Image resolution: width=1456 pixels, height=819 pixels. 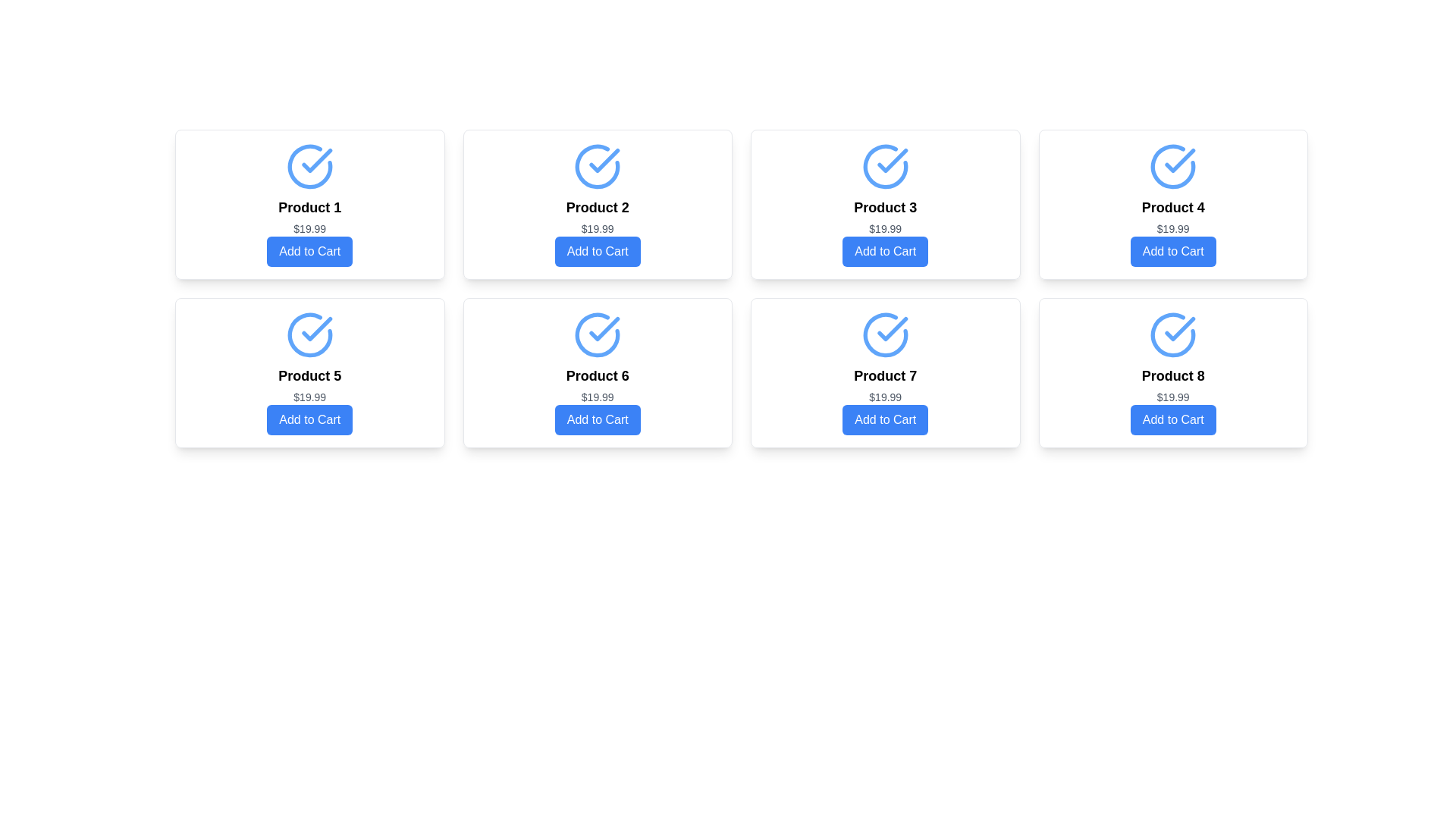 I want to click on the price display element located in the seventh product card, positioned beneath 'Product 7' and above the 'Add to Cart' button, so click(x=885, y=397).